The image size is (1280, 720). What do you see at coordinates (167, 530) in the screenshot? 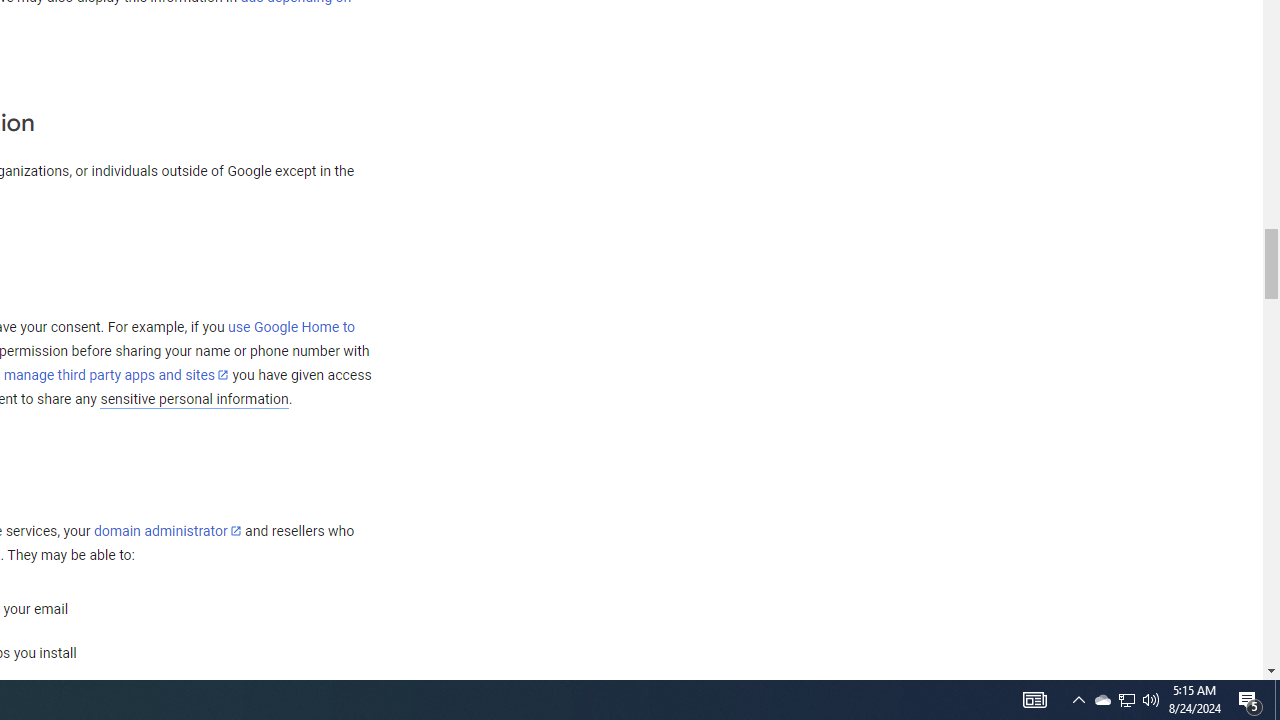
I see `'domain administrator'` at bounding box center [167, 530].